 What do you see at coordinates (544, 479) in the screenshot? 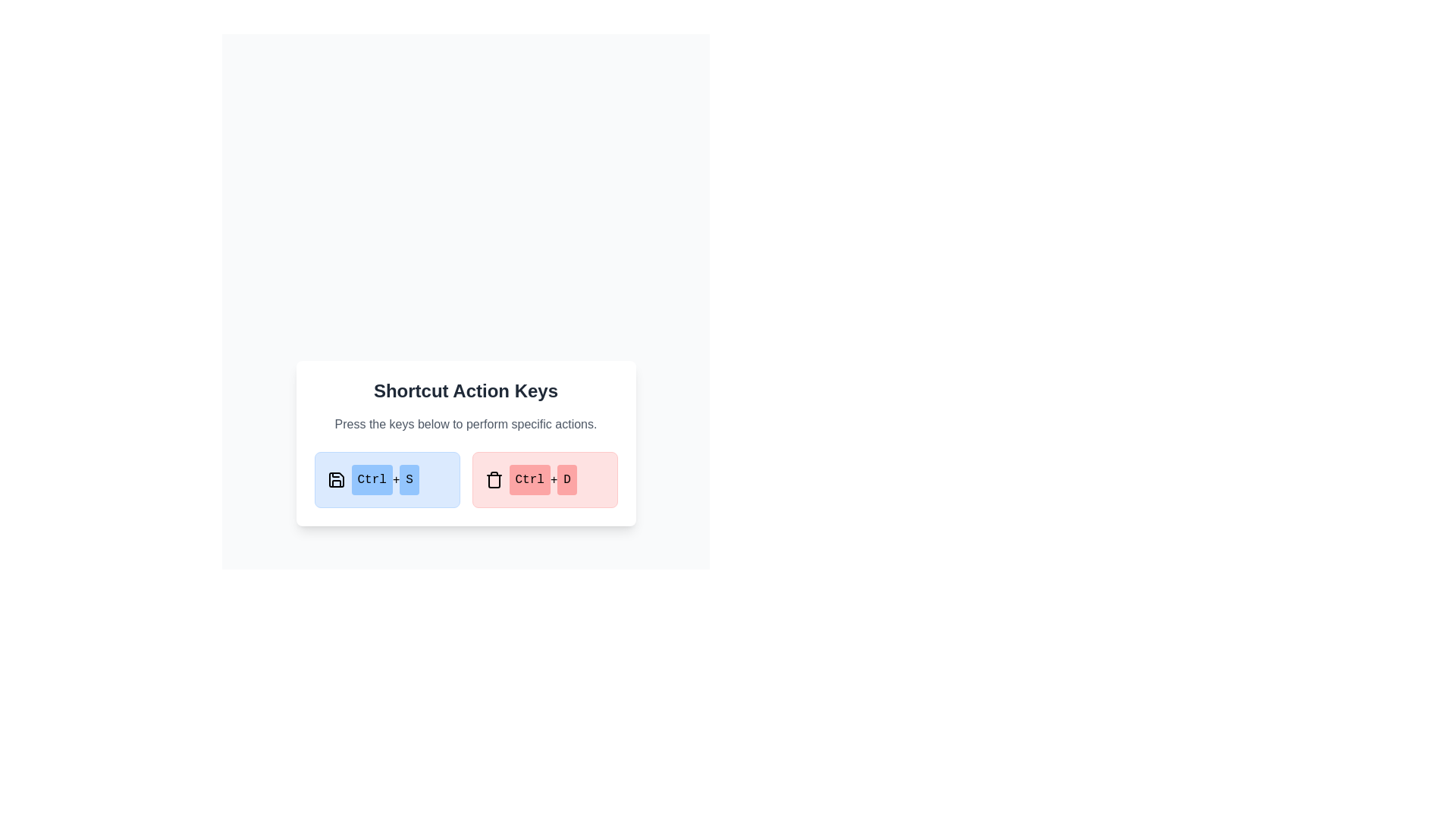
I see `the button with a red background, rounded borders, labeled 'Ctrl+D', and a trash can icon on its left, located on the right side of the grid layout` at bounding box center [544, 479].